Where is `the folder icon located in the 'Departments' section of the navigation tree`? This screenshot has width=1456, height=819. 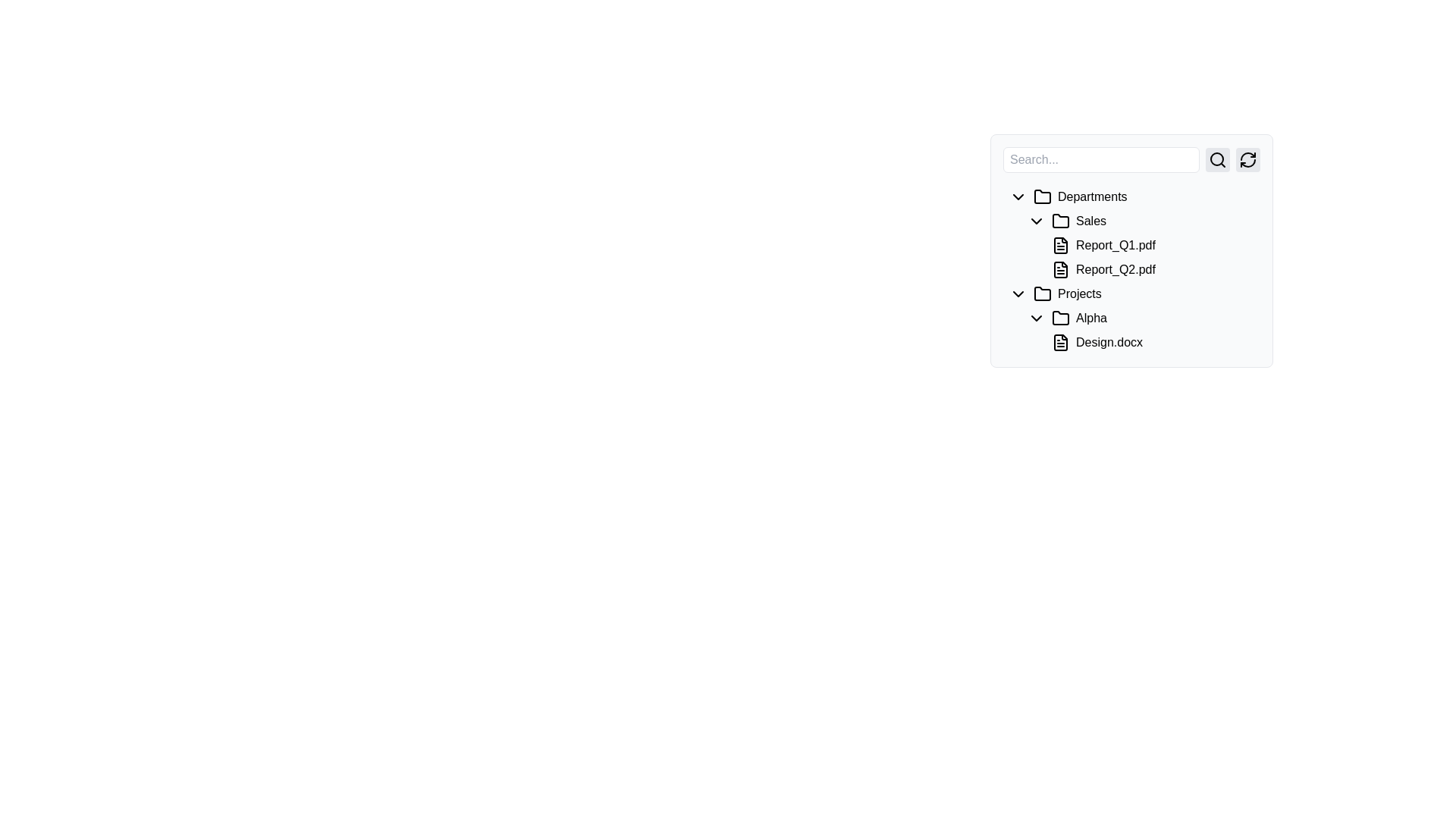
the folder icon located in the 'Departments' section of the navigation tree is located at coordinates (1041, 196).